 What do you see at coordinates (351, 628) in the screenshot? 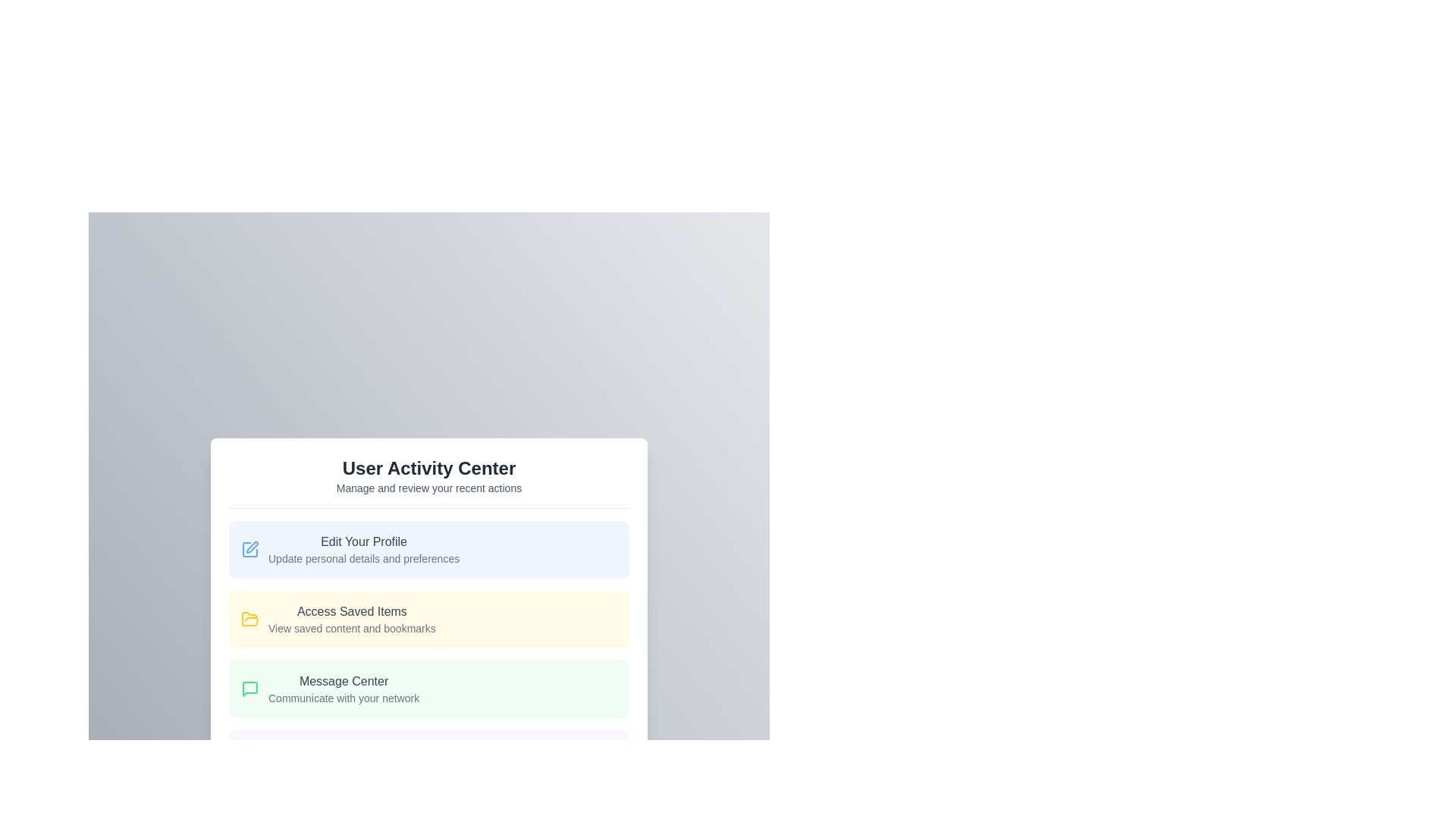
I see `the informational text that reads 'View saved content and bookmarks', located beneath the 'Access Saved Items' header and within the yellow section` at bounding box center [351, 628].